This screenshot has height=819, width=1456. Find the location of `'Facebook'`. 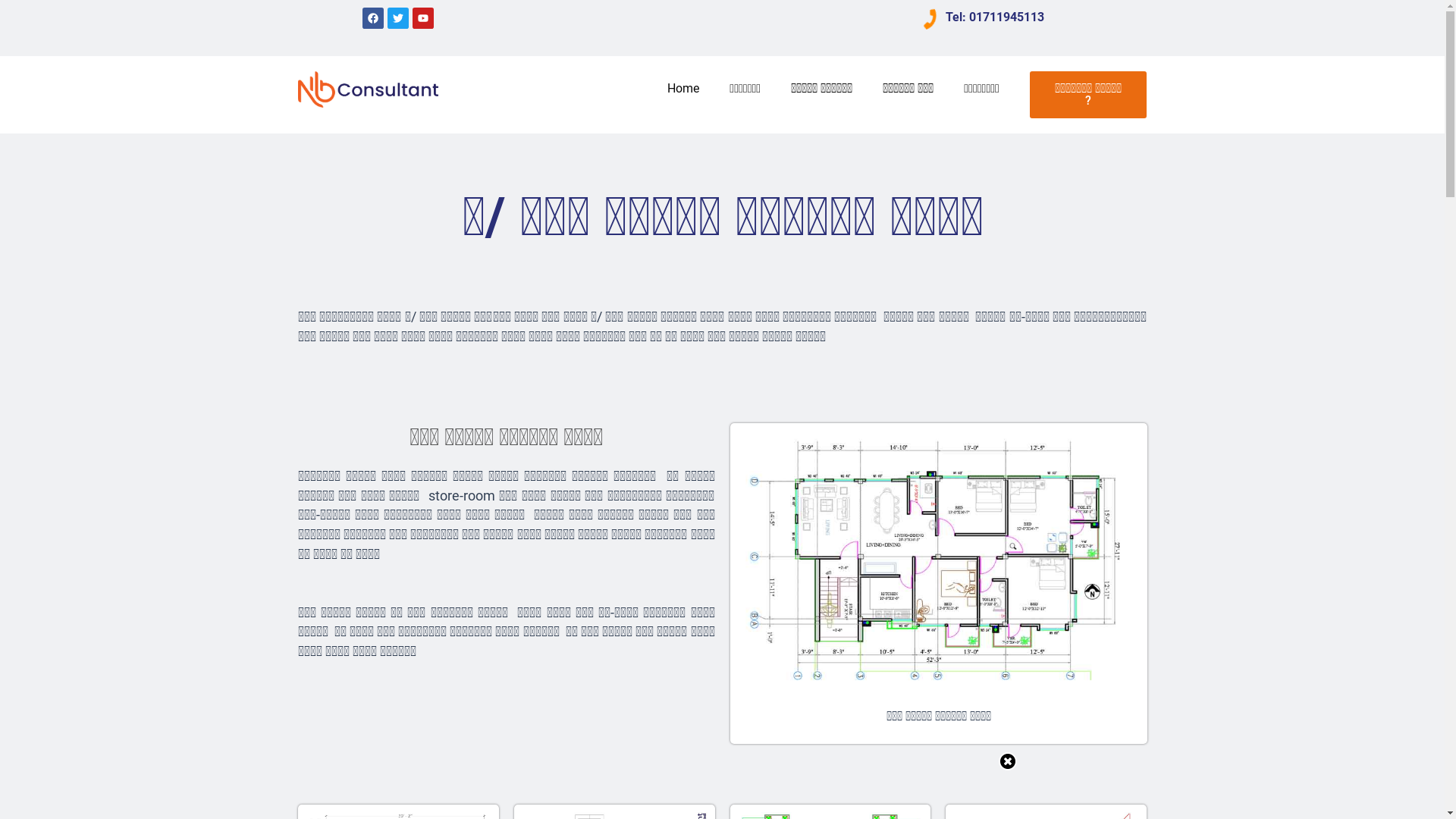

'Facebook' is located at coordinates (372, 17).